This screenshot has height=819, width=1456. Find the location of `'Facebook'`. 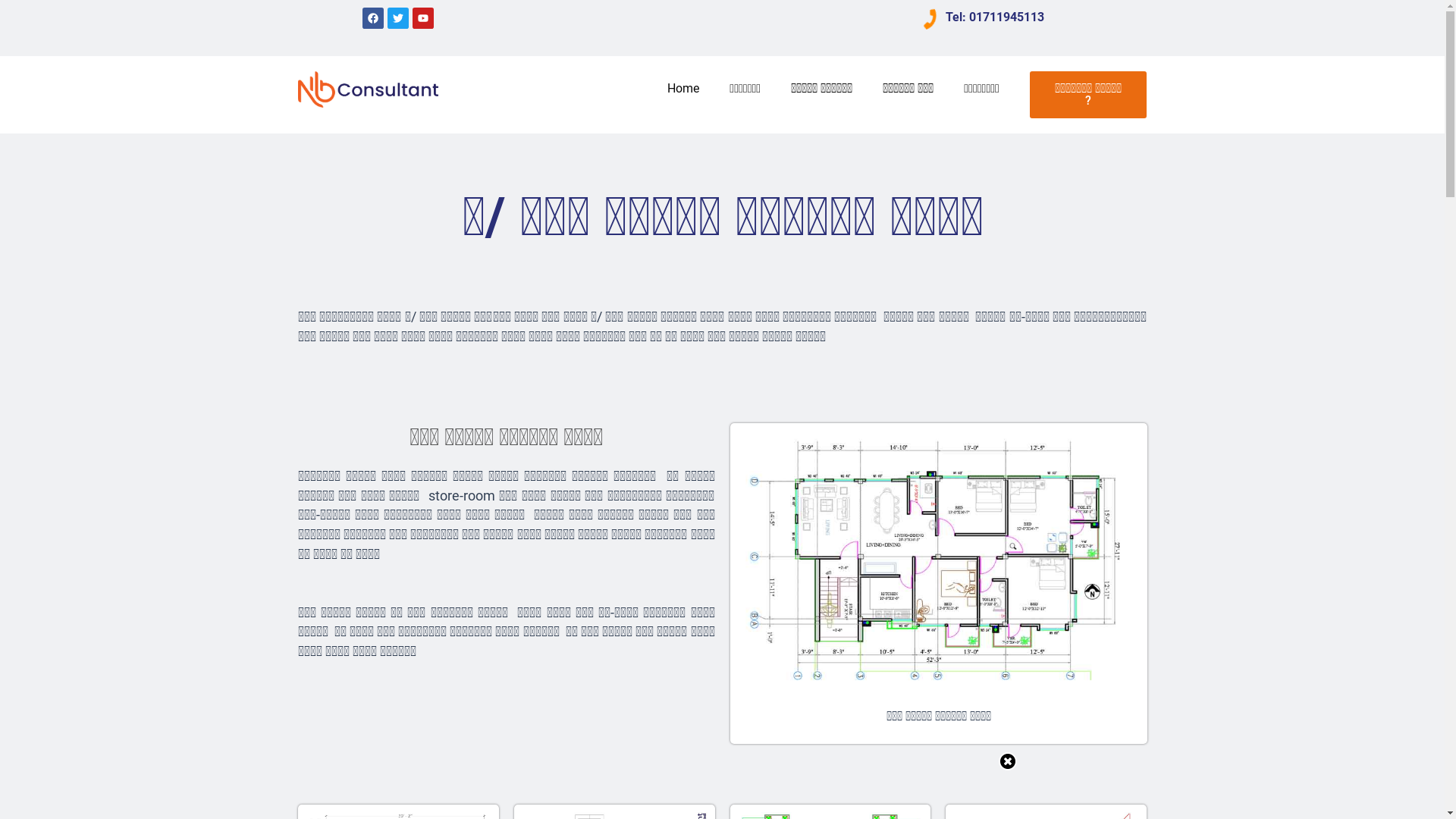

'Facebook' is located at coordinates (372, 17).